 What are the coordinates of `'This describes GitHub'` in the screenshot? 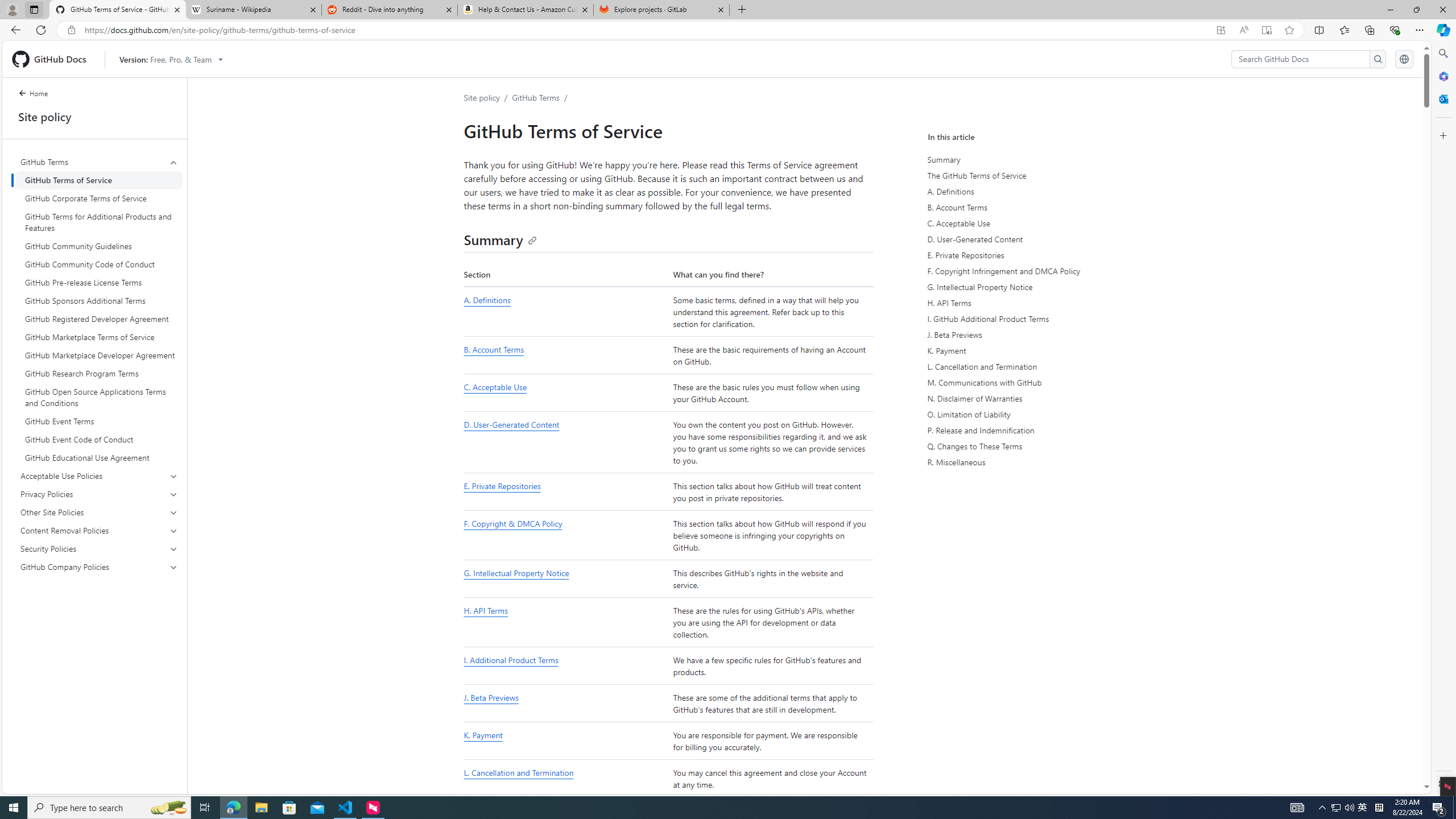 It's located at (770, 579).